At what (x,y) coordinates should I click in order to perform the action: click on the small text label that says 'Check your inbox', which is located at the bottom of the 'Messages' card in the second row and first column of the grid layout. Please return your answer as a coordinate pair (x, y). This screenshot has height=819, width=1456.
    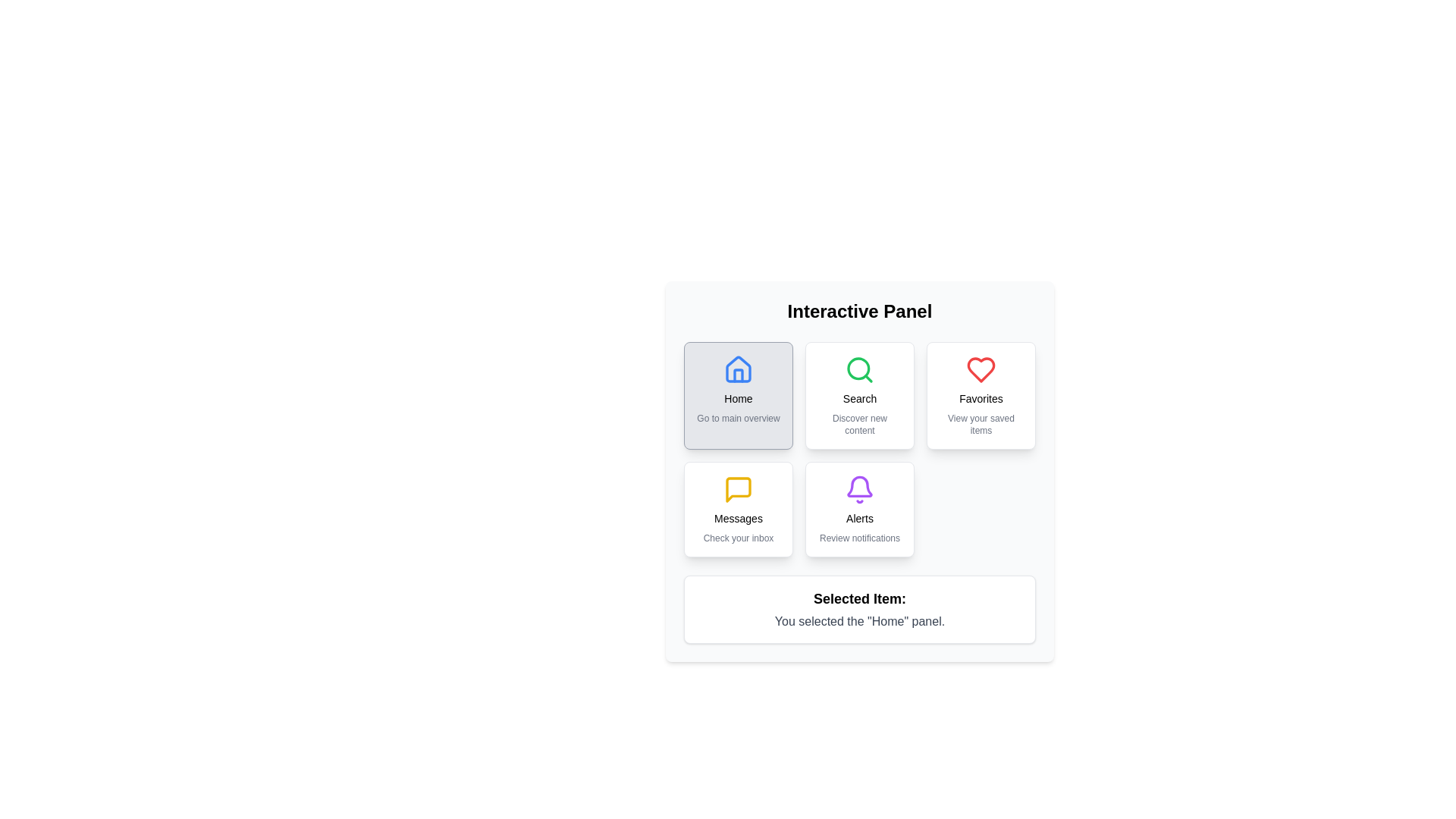
    Looking at the image, I should click on (739, 537).